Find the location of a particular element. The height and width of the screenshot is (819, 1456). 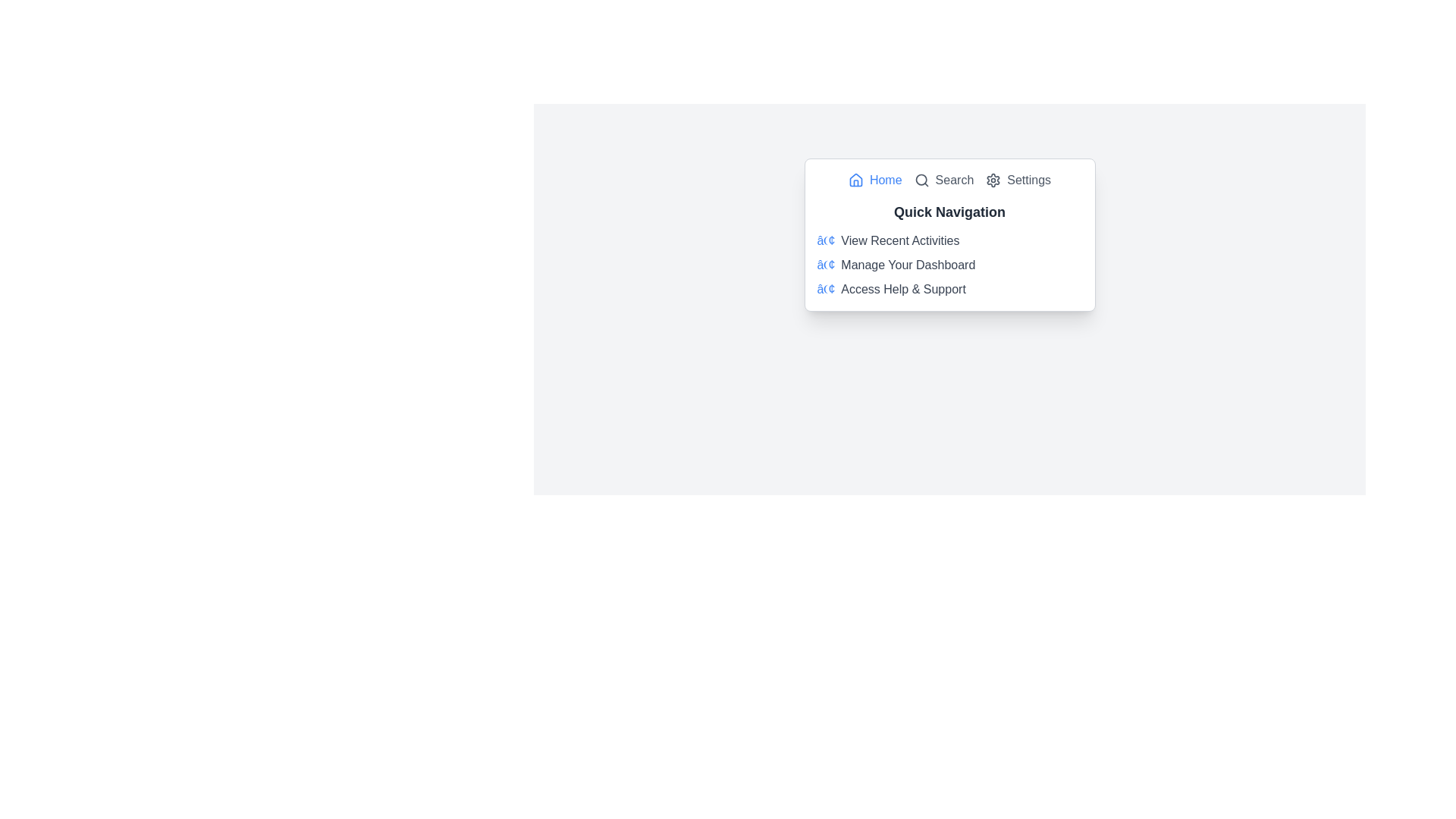

the second option in the 'Quick Navigation' menu, which is for managing the user's dashboard is located at coordinates (949, 265).